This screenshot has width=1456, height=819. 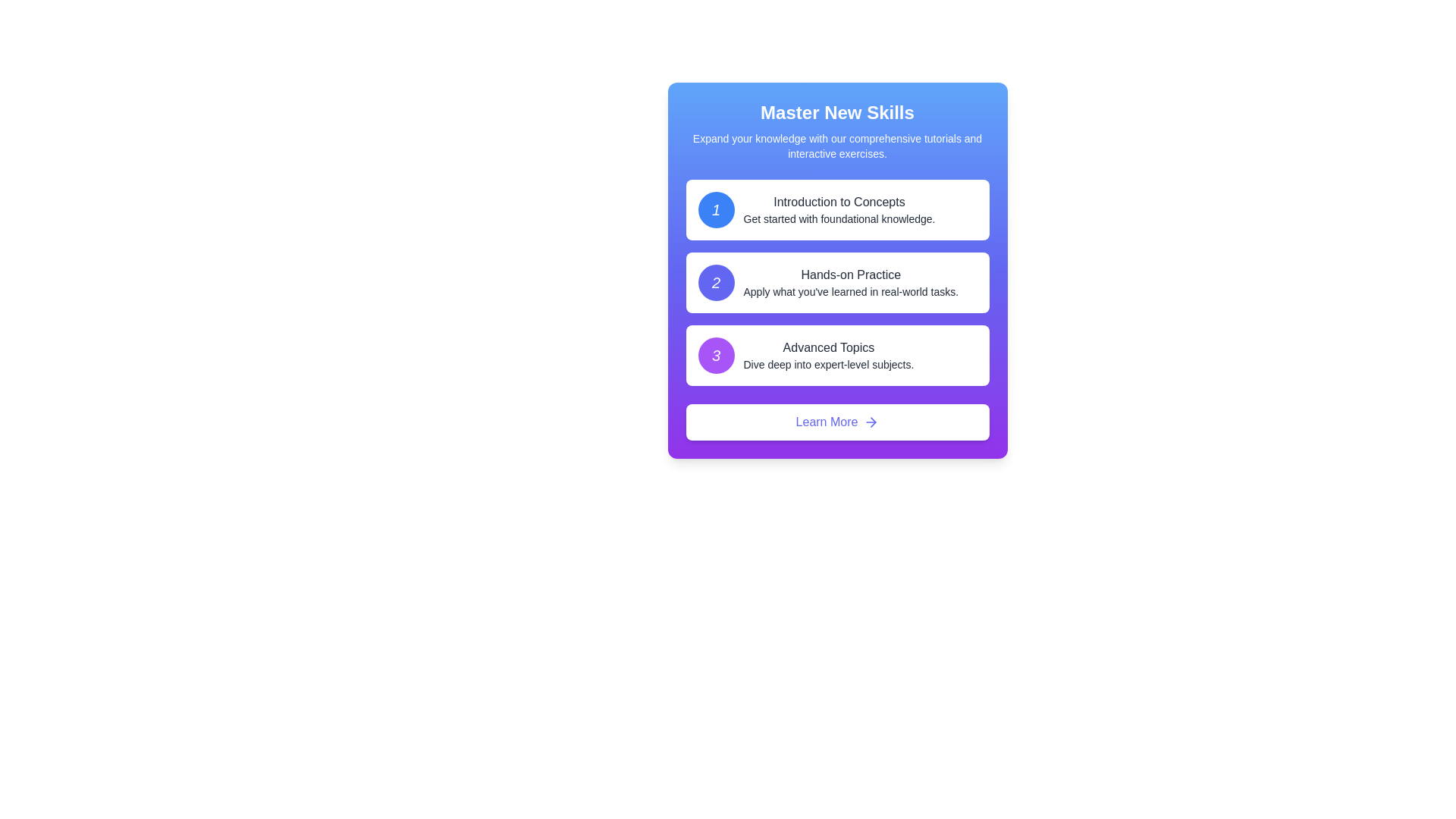 I want to click on the title text label located at the top center of the card layout, which serves as an impactful introduction to the information presented, so click(x=836, y=112).